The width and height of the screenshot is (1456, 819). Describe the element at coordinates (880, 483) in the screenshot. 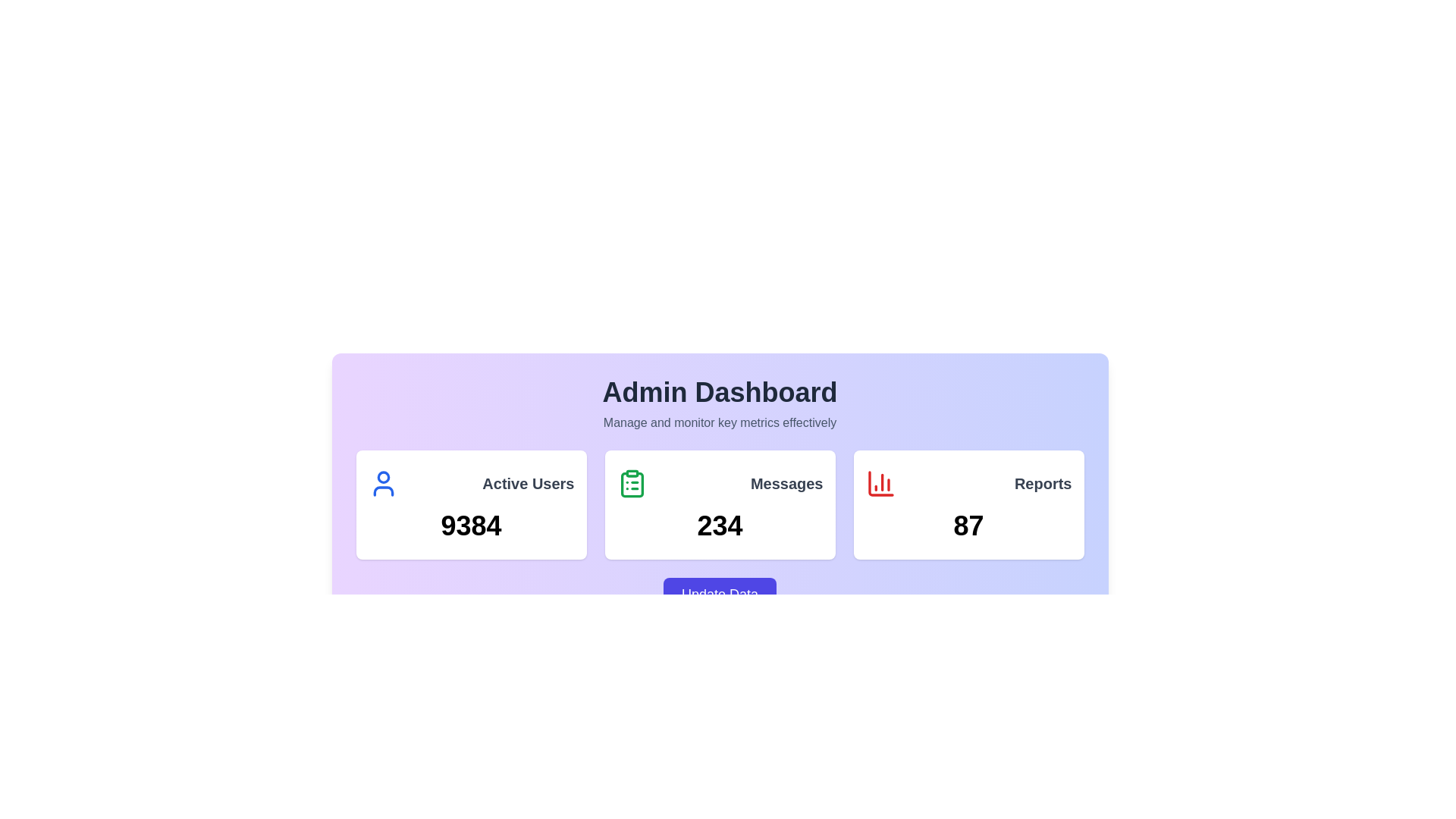

I see `the SVG graphical icon representing reports, located in the fourth card from the left in the dashboard, centrally aligned beneath the title 'Reports' and above the numerical value '87'` at that location.